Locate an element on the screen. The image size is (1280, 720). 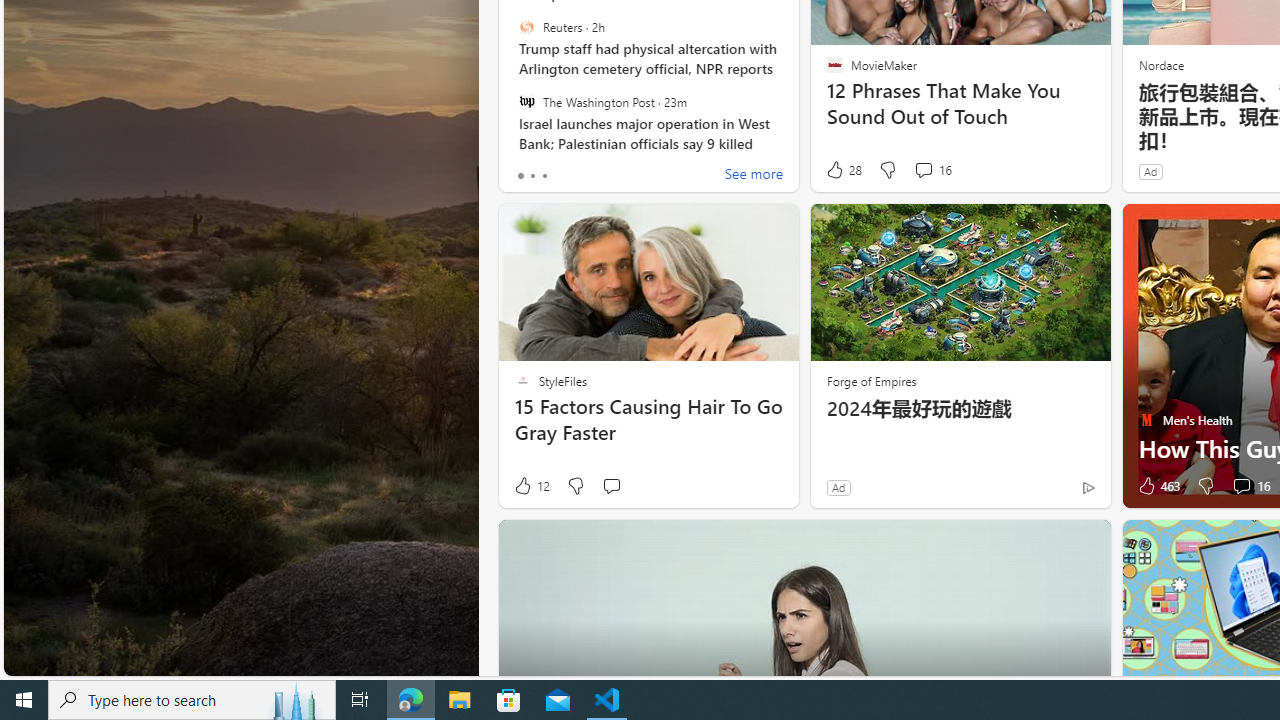
'tab-2' is located at coordinates (544, 175).